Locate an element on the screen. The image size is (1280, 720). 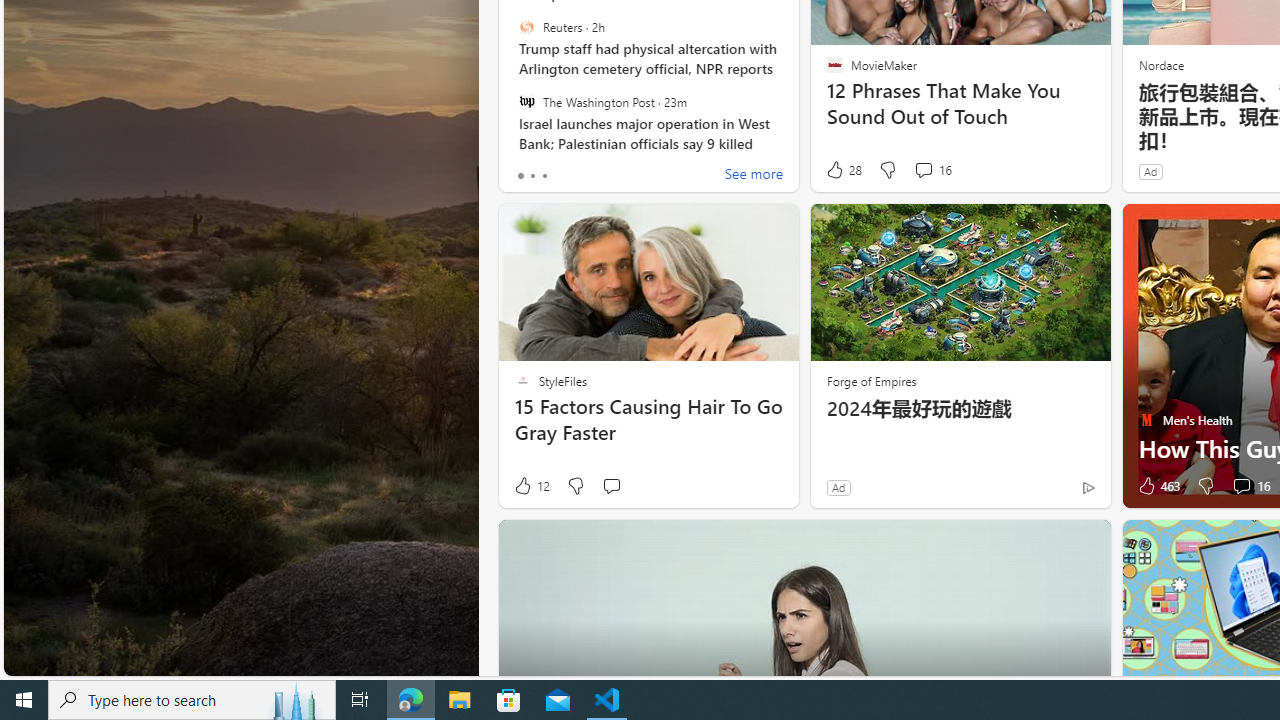
'tab-2' is located at coordinates (544, 175).